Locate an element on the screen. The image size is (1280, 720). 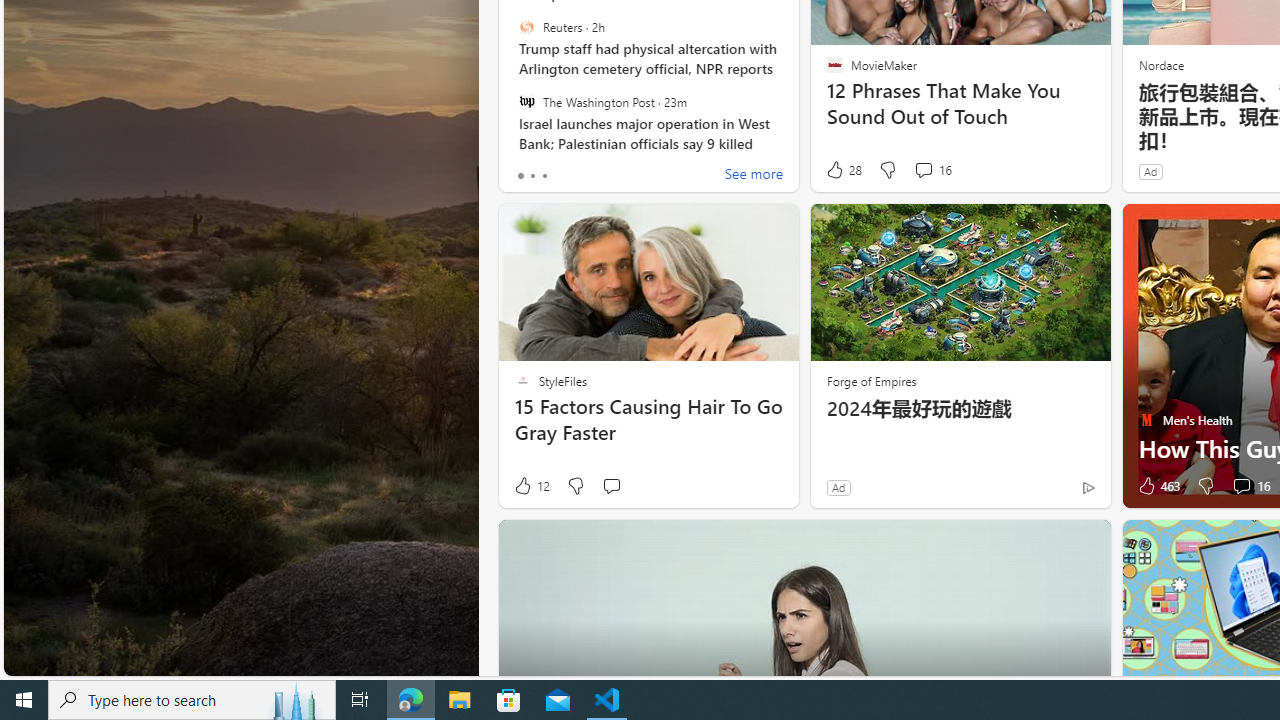
'tab-2' is located at coordinates (544, 175).